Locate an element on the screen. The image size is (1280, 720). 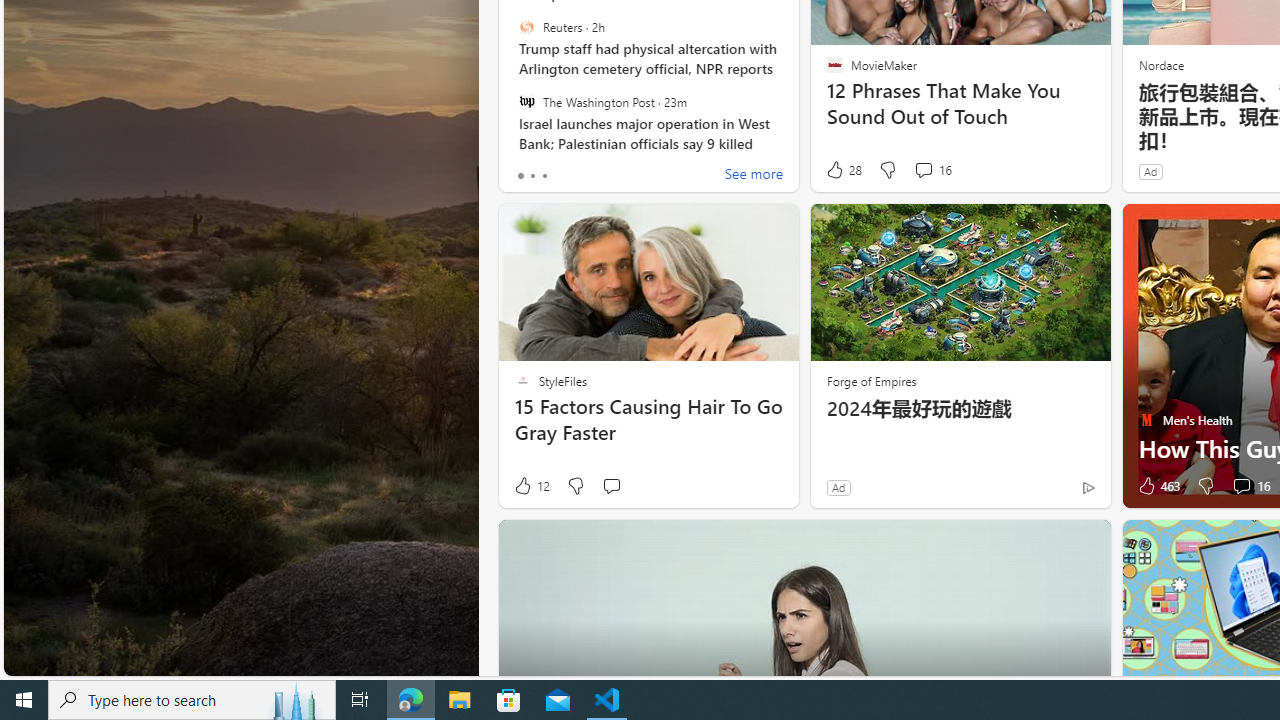
'tab-2' is located at coordinates (544, 175).